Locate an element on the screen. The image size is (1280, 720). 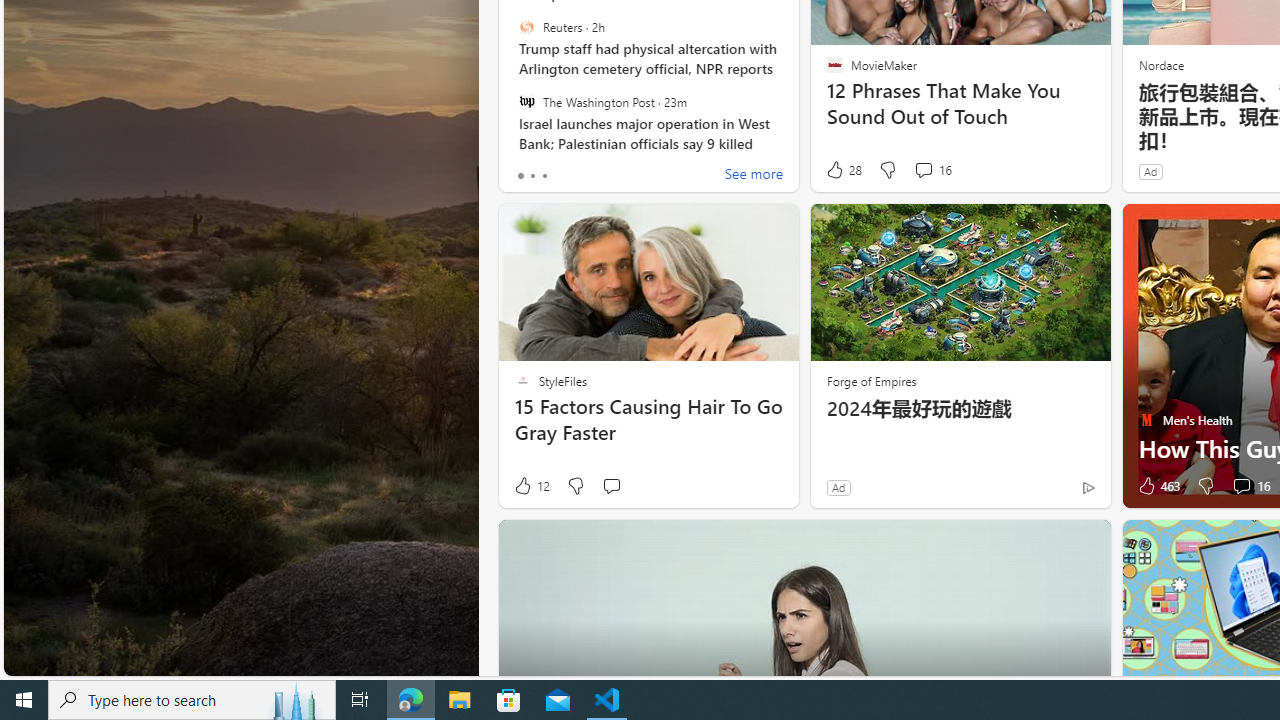
'tab-2' is located at coordinates (544, 175).